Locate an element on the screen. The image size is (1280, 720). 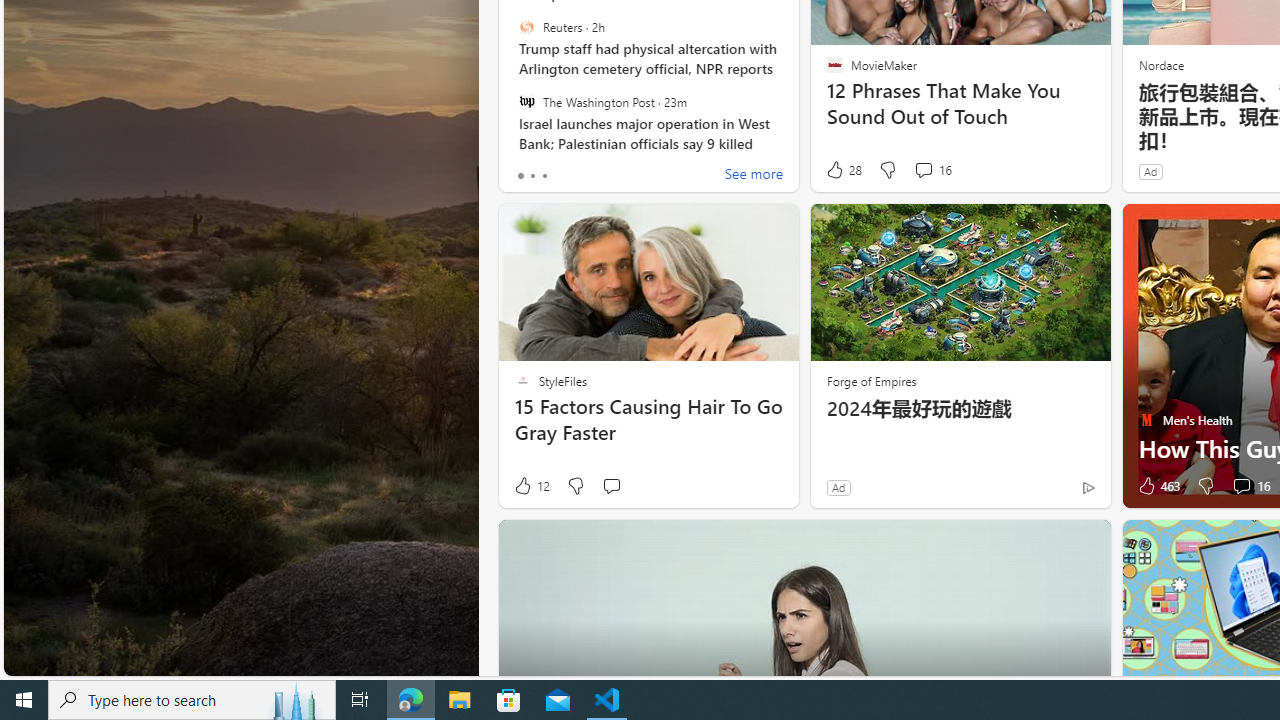
'tab-2' is located at coordinates (544, 175).